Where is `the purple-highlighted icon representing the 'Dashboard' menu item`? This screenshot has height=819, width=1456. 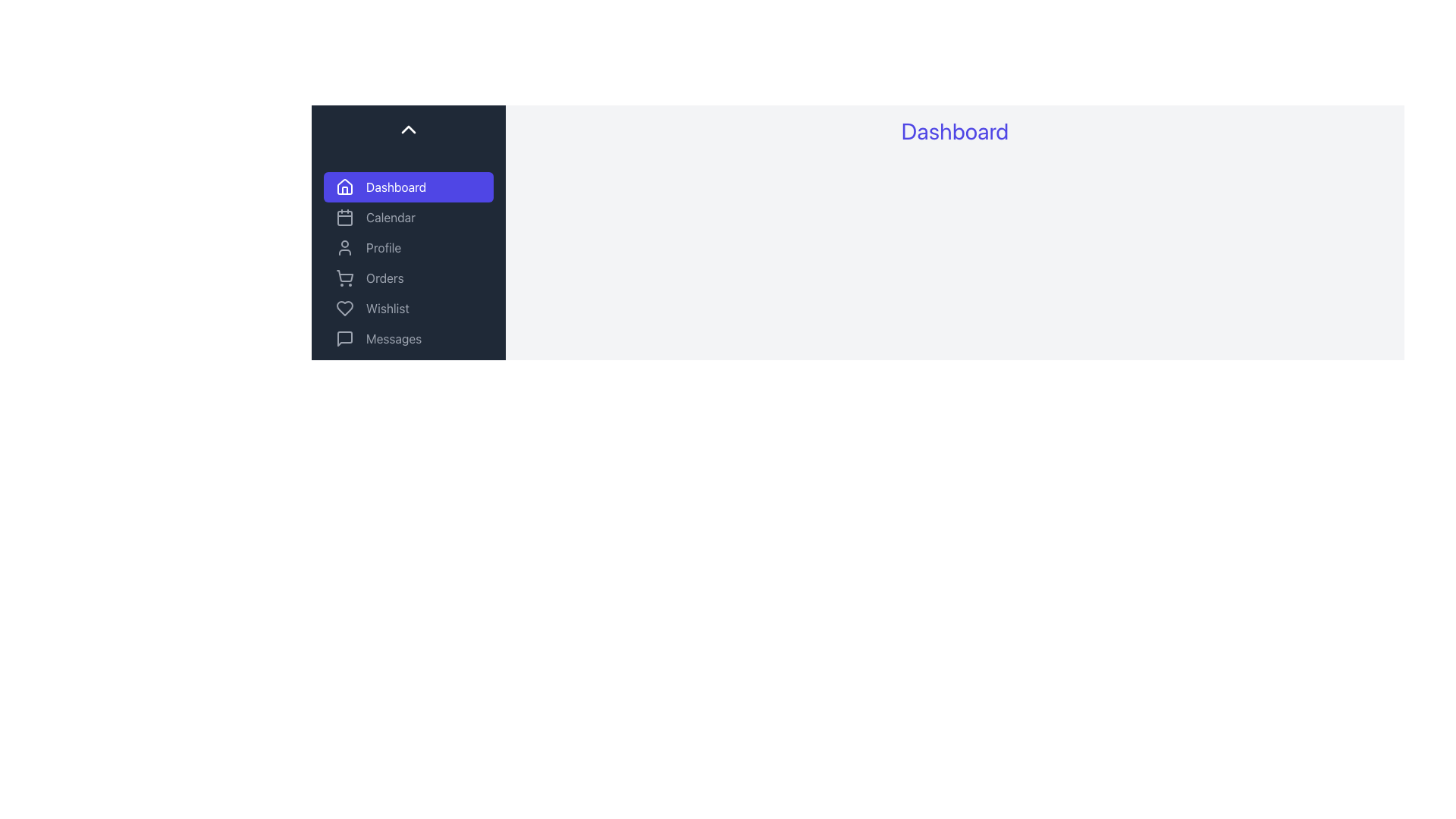 the purple-highlighted icon representing the 'Dashboard' menu item is located at coordinates (344, 186).